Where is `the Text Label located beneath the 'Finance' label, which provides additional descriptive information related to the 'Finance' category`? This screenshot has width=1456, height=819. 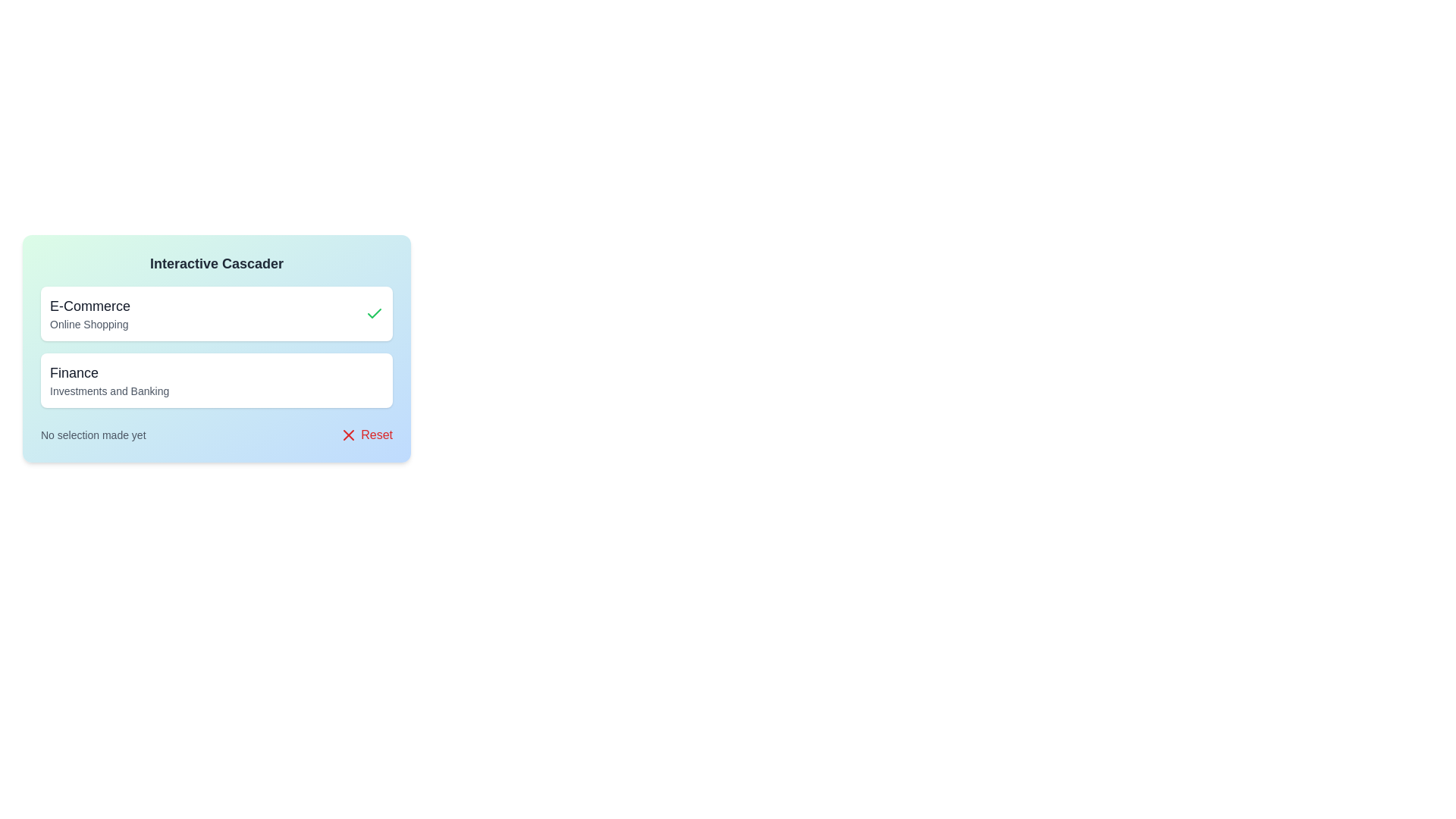 the Text Label located beneath the 'Finance' label, which provides additional descriptive information related to the 'Finance' category is located at coordinates (108, 391).